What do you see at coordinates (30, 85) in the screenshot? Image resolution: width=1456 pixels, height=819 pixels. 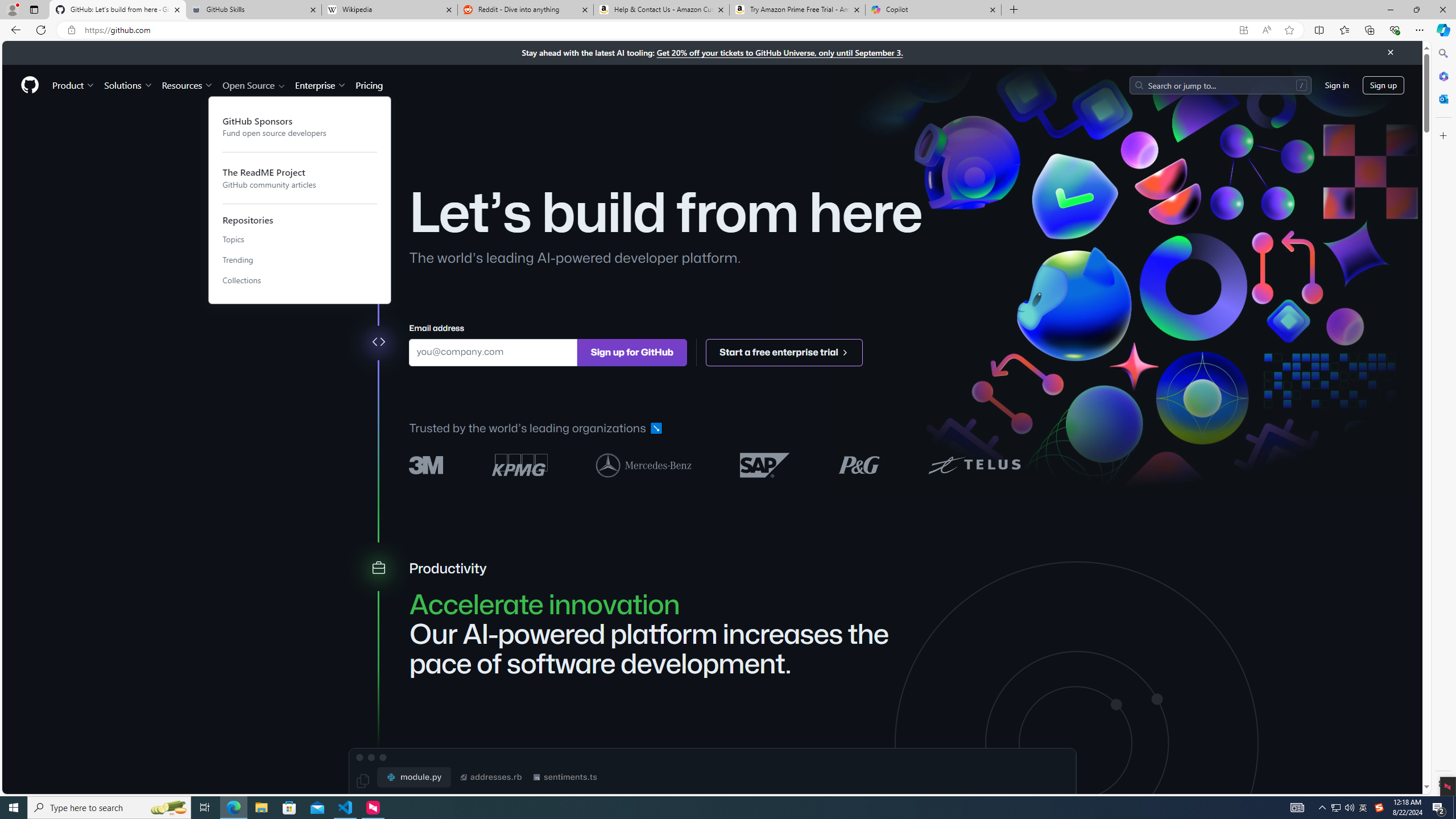 I see `'Homepage'` at bounding box center [30, 85].